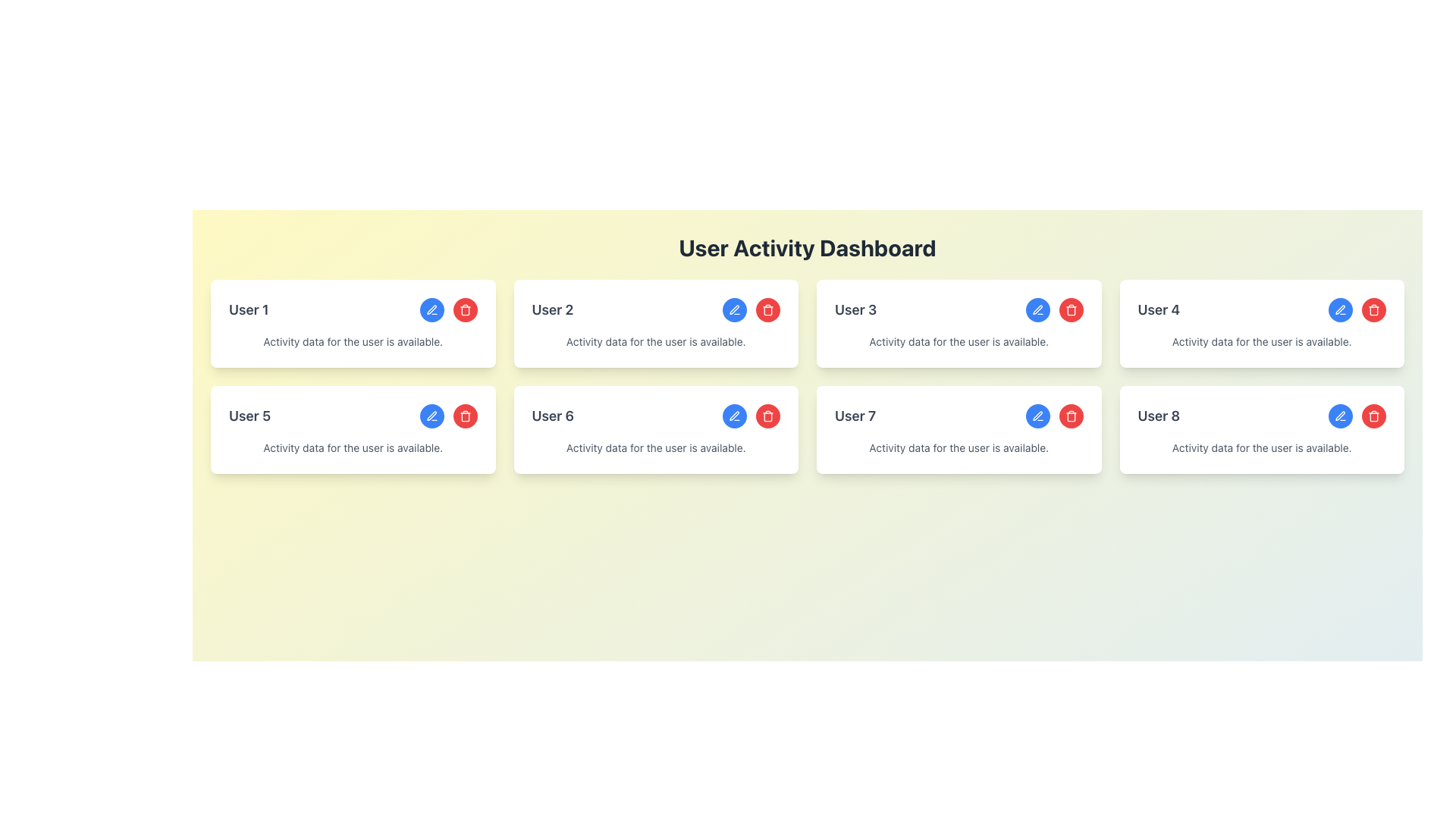  I want to click on the pen icon button within the card labeled 'User 3', so click(1037, 309).